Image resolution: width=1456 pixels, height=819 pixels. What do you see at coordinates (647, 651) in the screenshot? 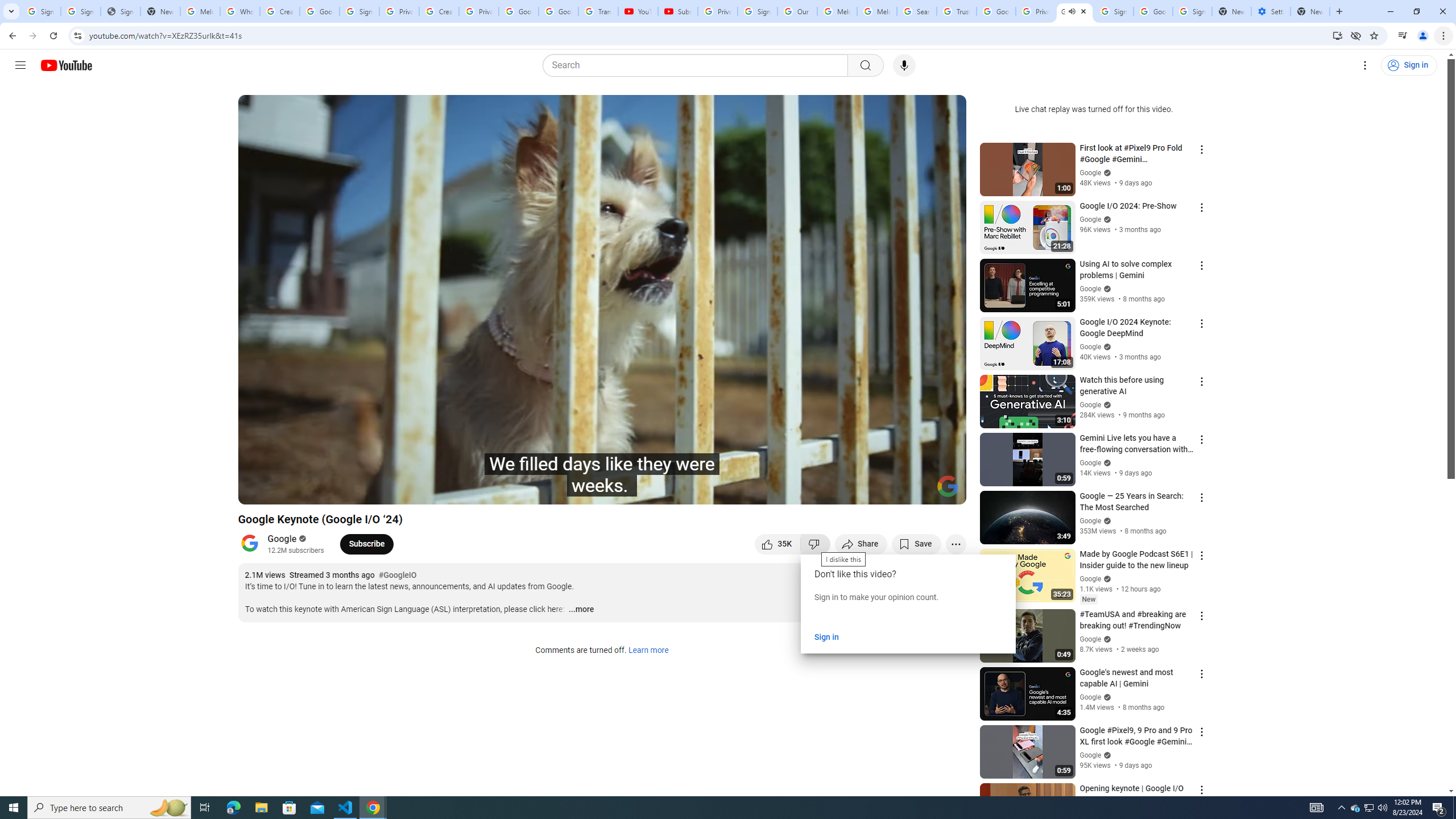
I see `'Learn more'` at bounding box center [647, 651].